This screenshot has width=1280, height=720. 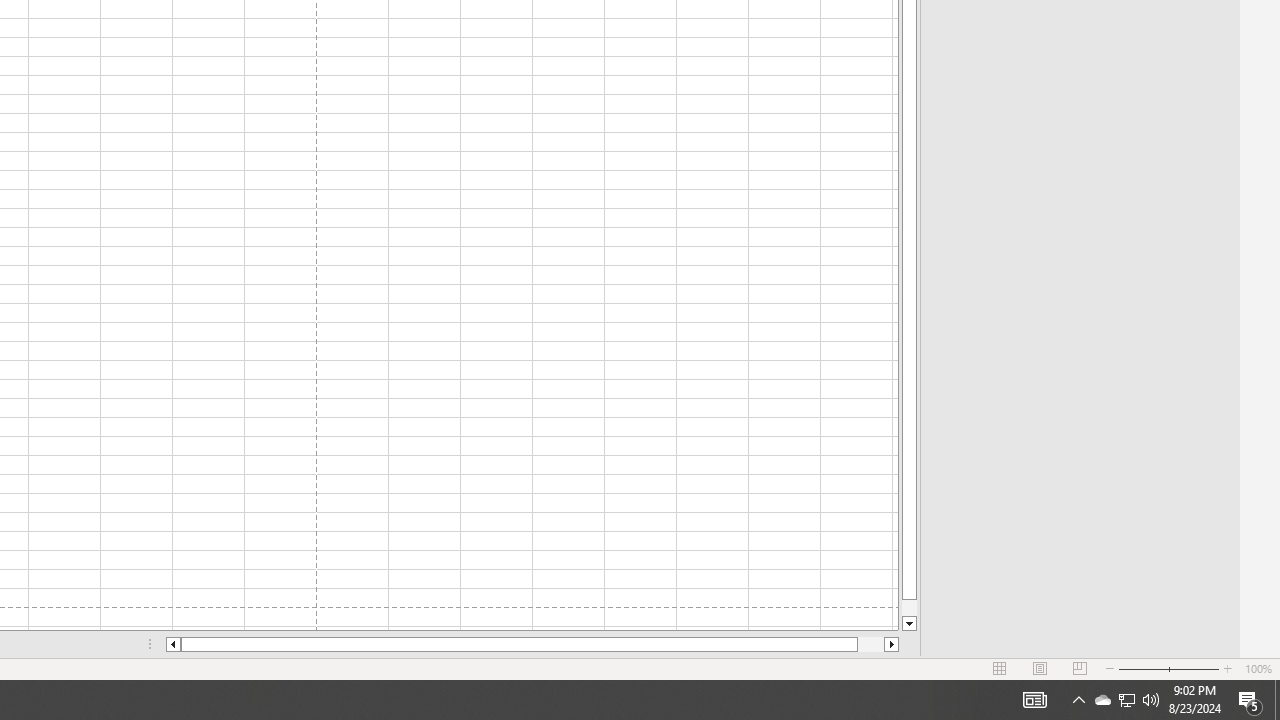 I want to click on 'Page right', so click(x=871, y=644).